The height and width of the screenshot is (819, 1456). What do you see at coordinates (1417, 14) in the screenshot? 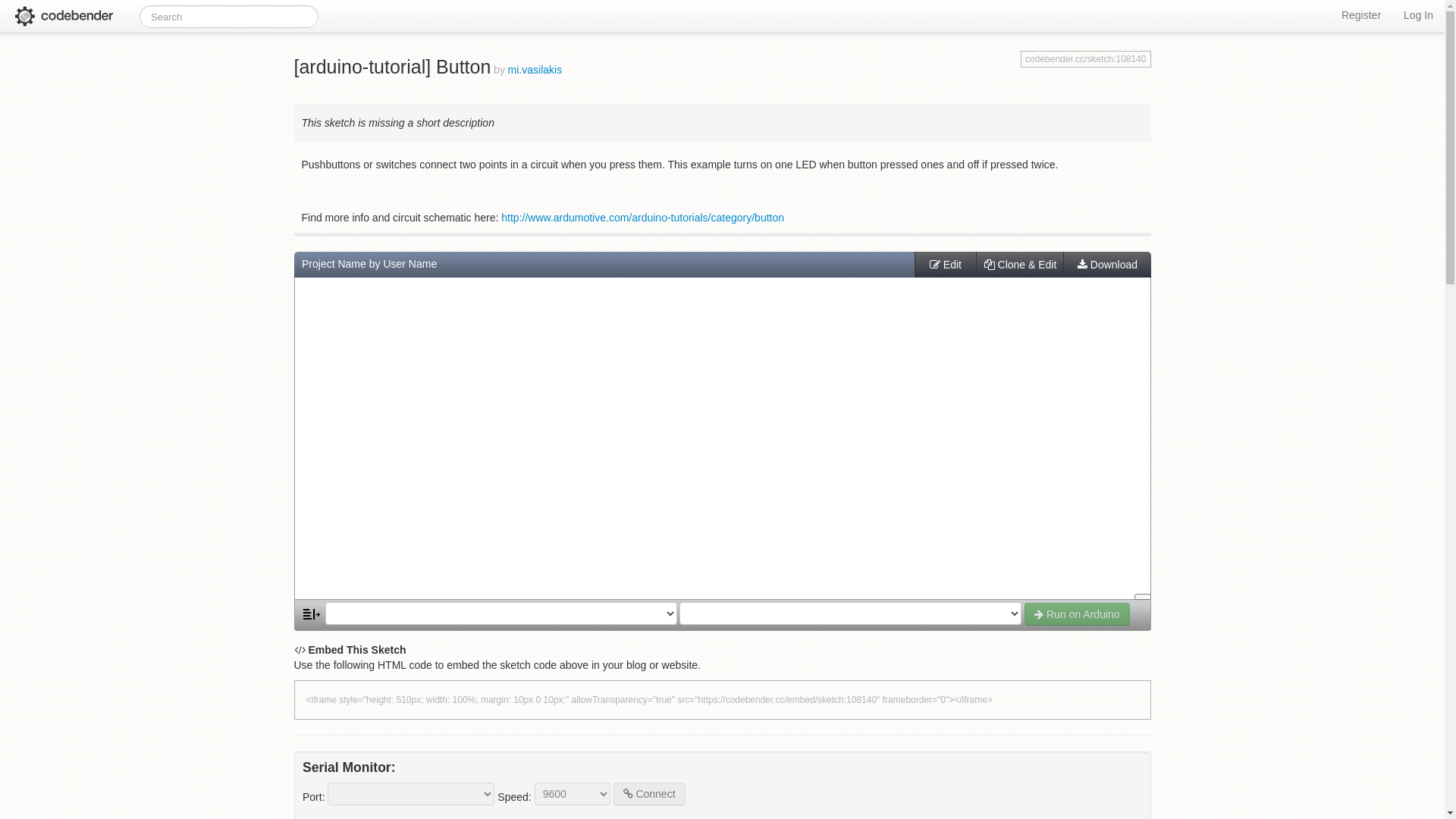
I see `'Log In'` at bounding box center [1417, 14].